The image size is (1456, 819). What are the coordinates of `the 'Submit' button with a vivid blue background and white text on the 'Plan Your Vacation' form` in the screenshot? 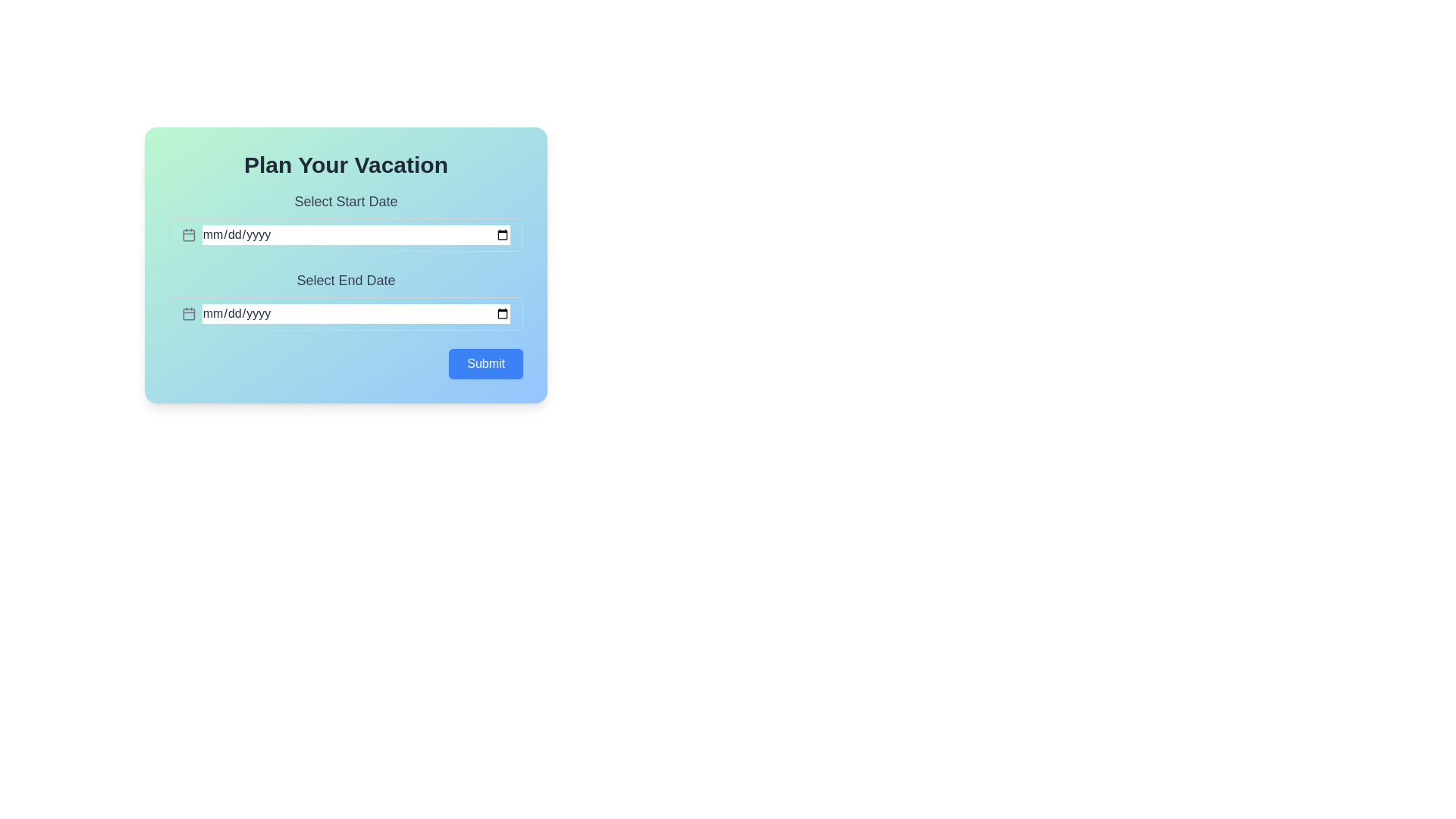 It's located at (486, 363).